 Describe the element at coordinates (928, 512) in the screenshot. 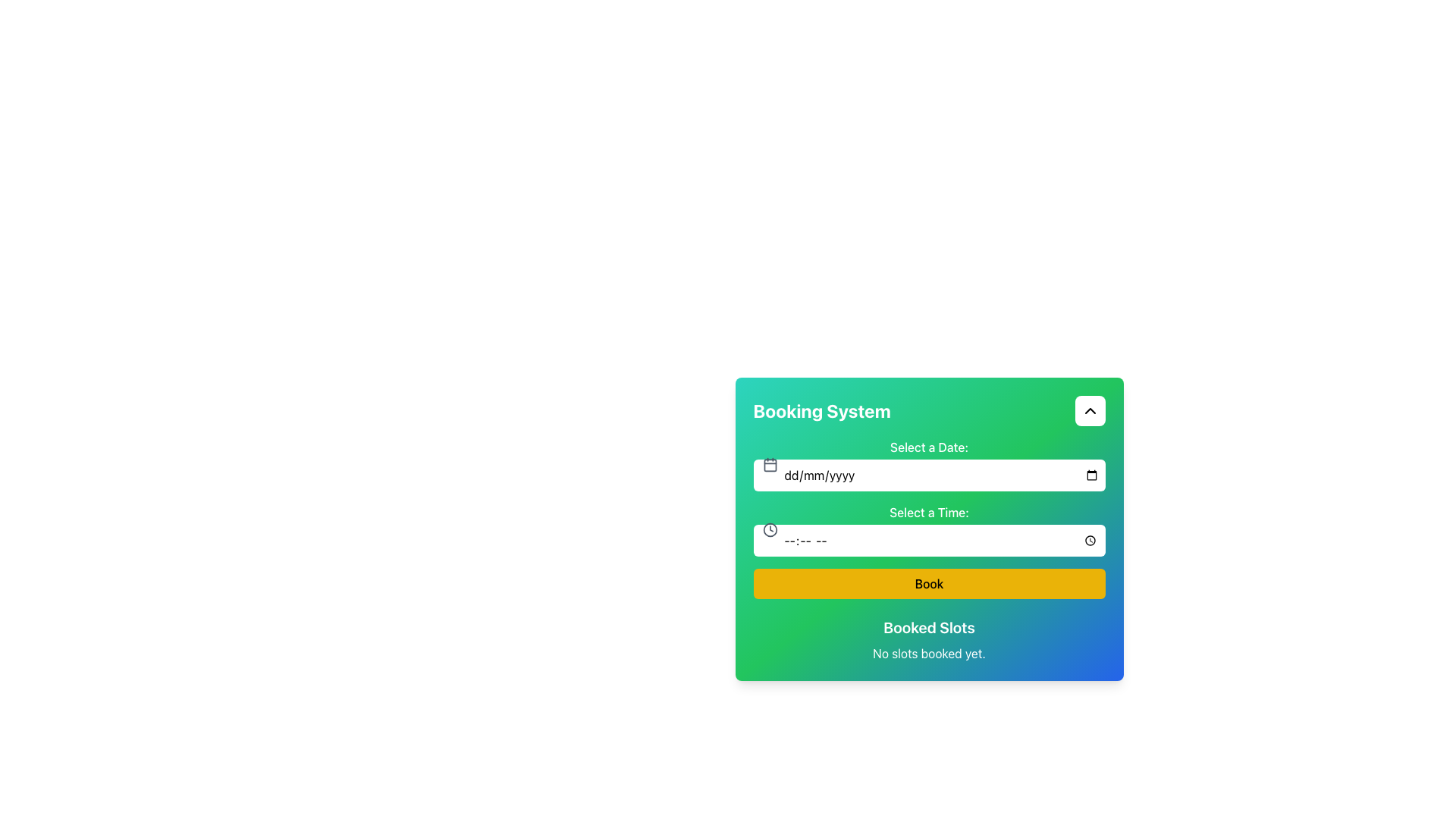

I see `the static text label displaying 'Select a Time:' which is located above the time input field in the booking system interface` at that location.